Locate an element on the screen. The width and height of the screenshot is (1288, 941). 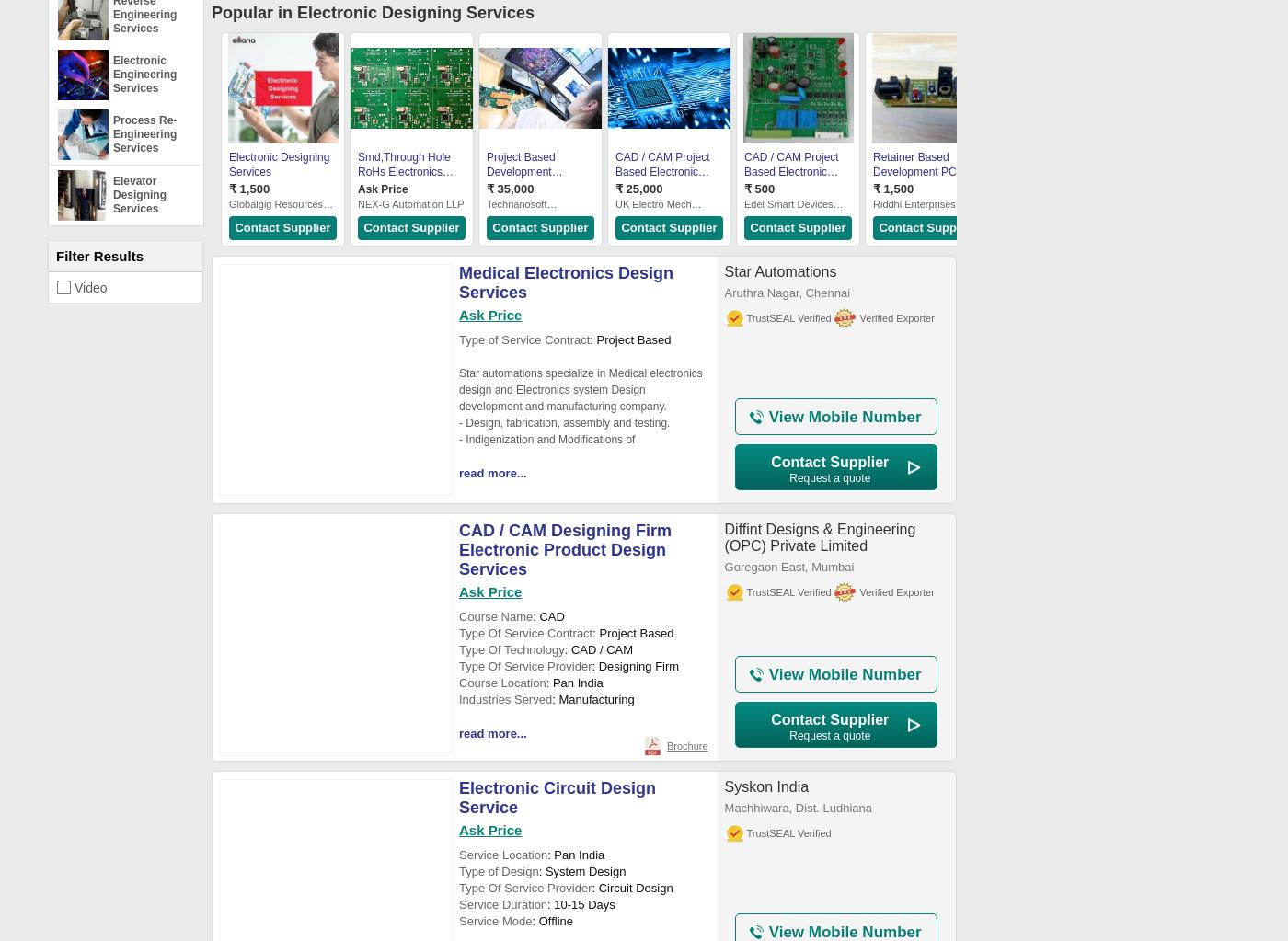
'UK Electro Mech Systems' is located at coordinates (652, 210).